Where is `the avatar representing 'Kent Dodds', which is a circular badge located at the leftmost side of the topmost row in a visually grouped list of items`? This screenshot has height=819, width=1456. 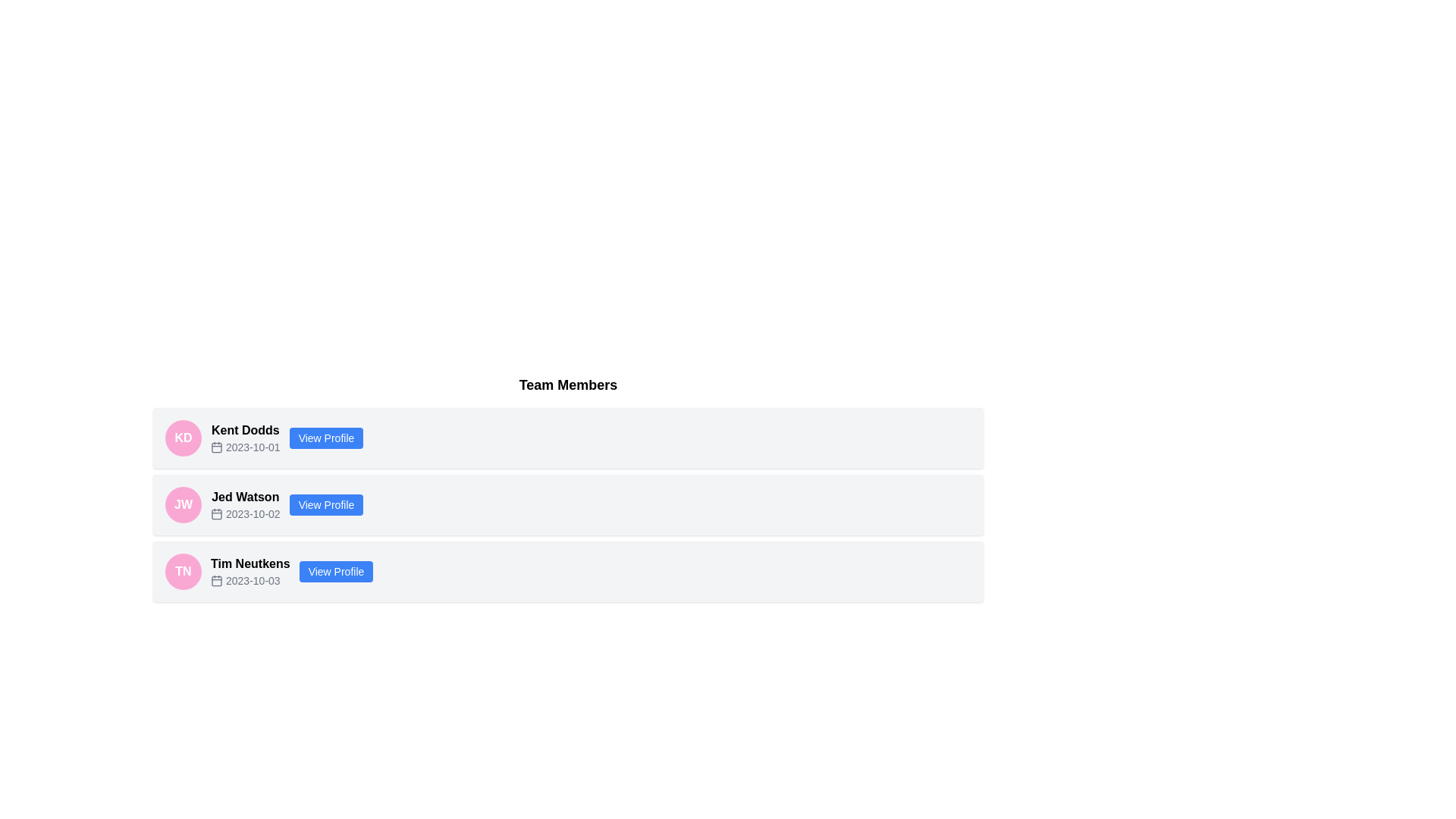 the avatar representing 'Kent Dodds', which is a circular badge located at the leftmost side of the topmost row in a visually grouped list of items is located at coordinates (182, 438).